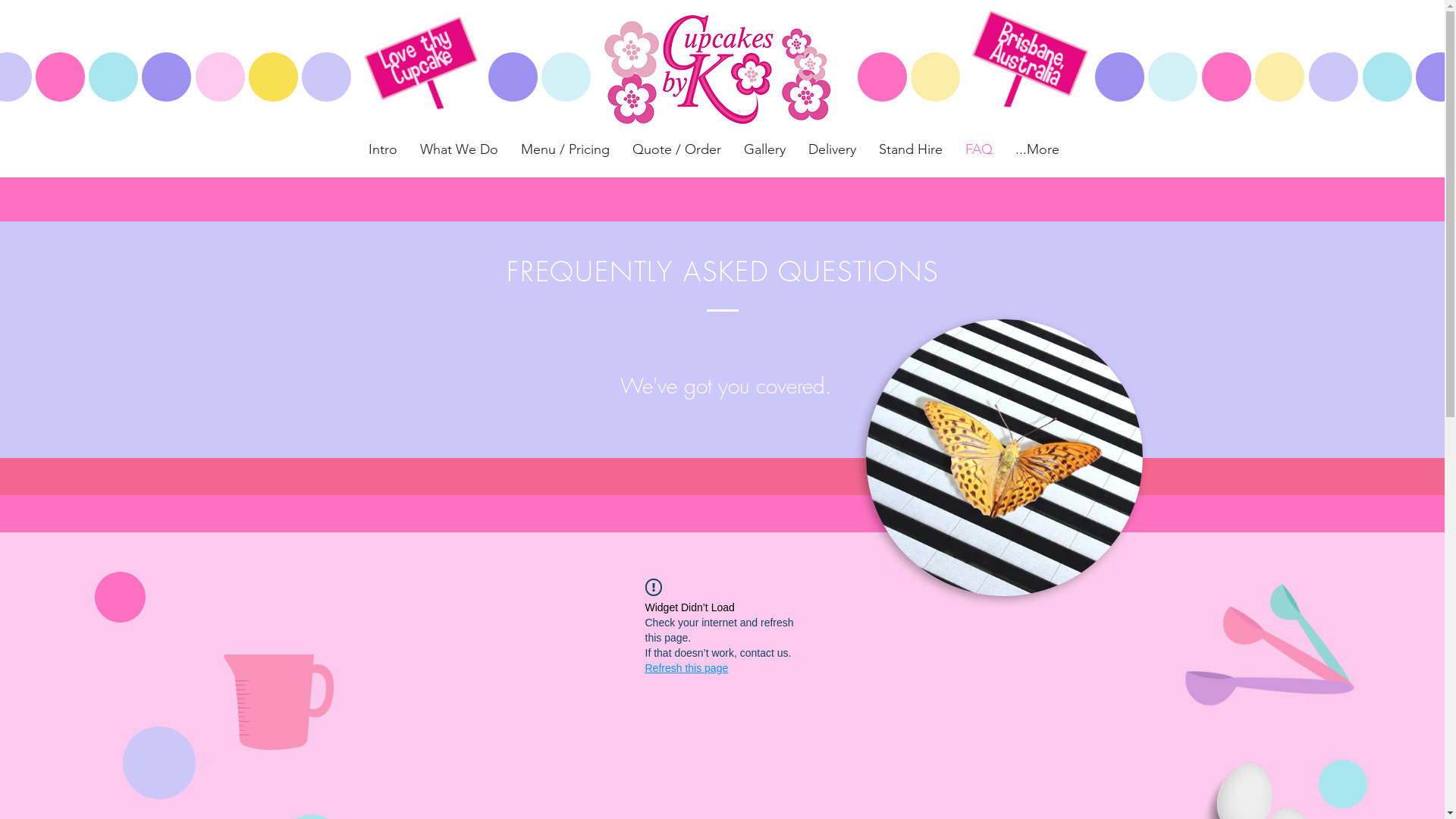  Describe the element at coordinates (830, 149) in the screenshot. I see `'Delivery'` at that location.